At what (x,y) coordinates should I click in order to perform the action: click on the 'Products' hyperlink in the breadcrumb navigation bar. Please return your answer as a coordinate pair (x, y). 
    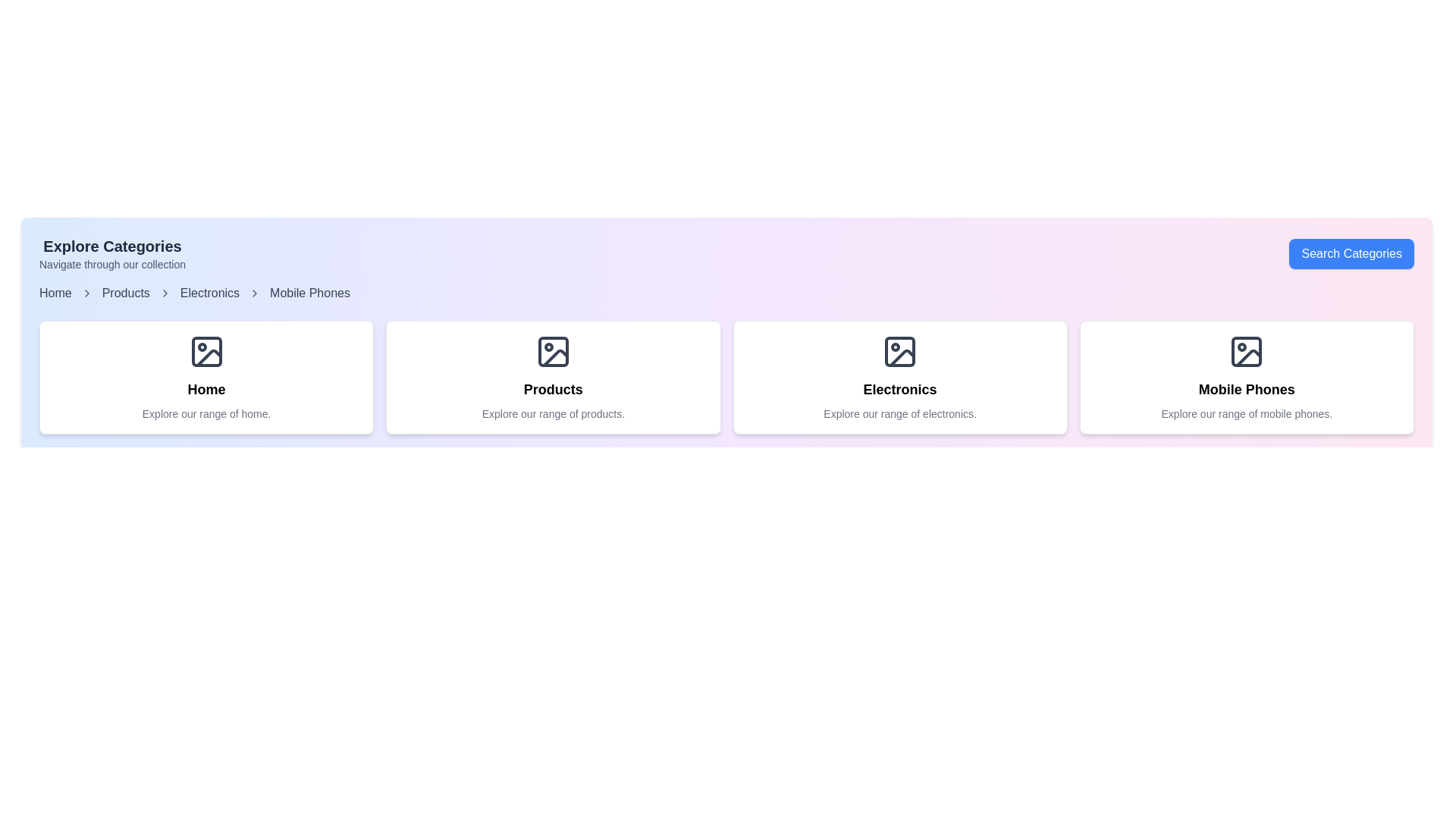
    Looking at the image, I should click on (126, 293).